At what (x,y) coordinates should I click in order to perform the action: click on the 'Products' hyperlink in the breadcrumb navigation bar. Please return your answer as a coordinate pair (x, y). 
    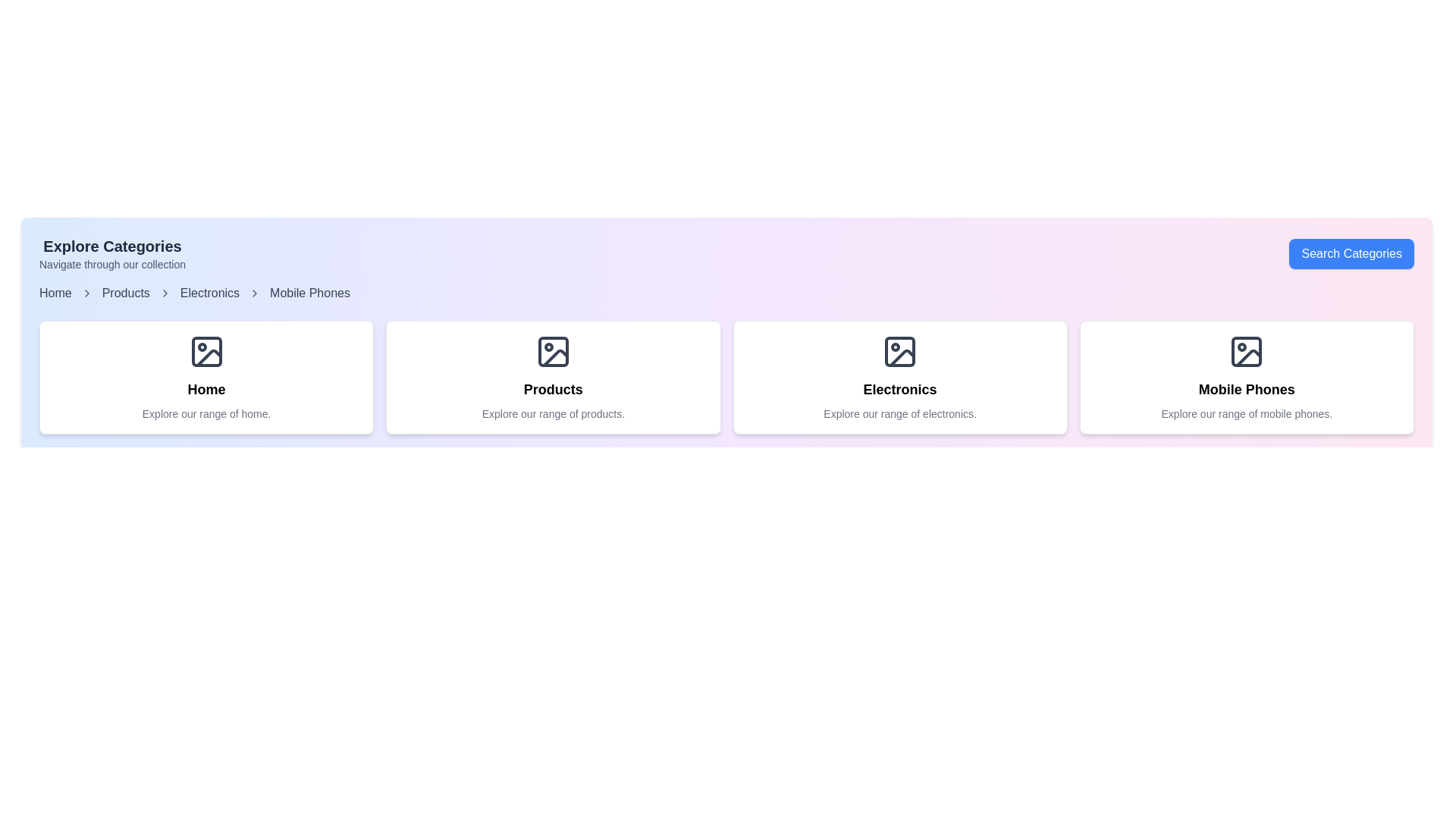
    Looking at the image, I should click on (126, 293).